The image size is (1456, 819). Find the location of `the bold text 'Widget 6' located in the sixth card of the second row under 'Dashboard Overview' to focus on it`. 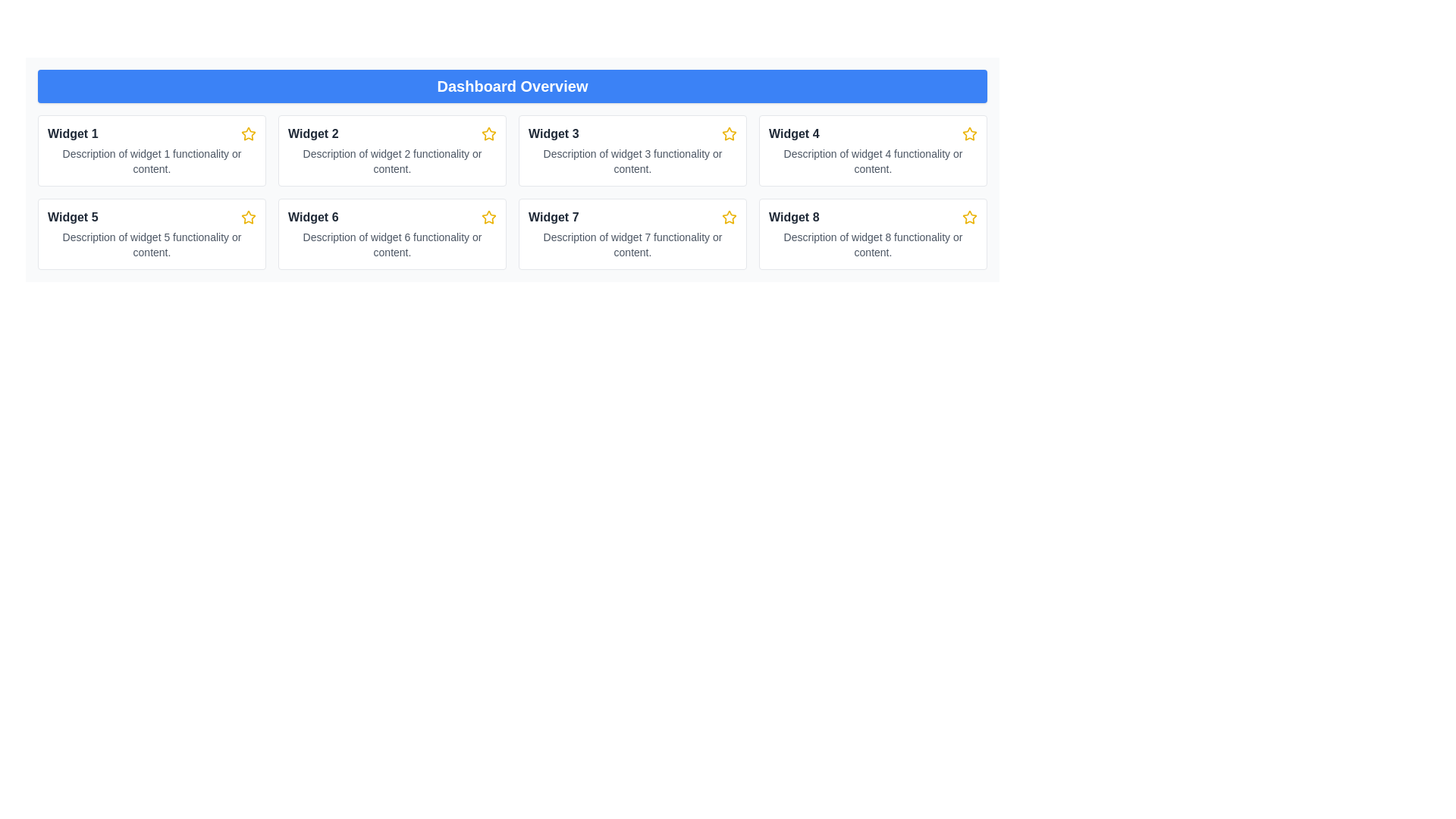

the bold text 'Widget 6' located in the sixth card of the second row under 'Dashboard Overview' to focus on it is located at coordinates (312, 217).